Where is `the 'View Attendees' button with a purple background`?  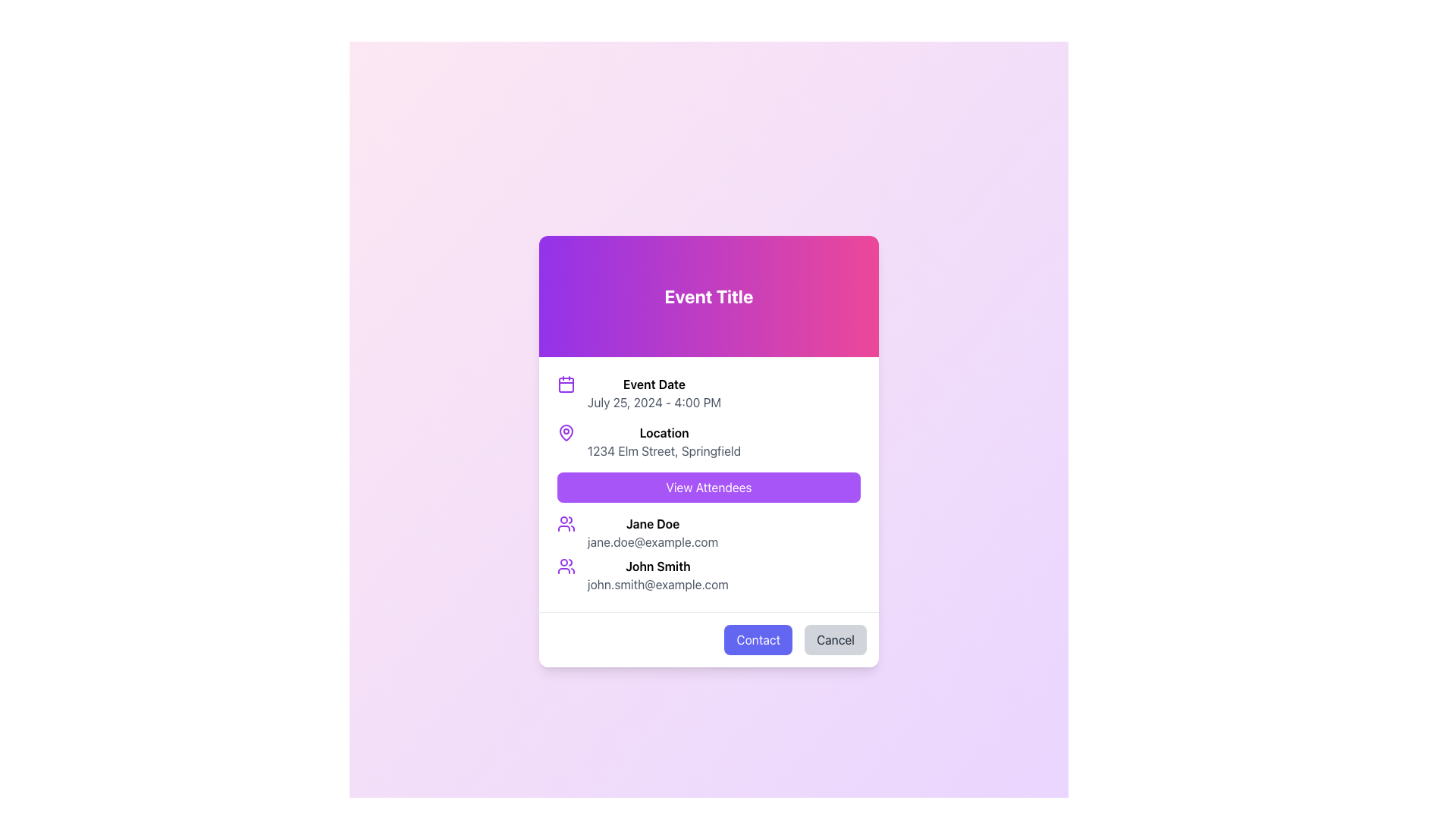
the 'View Attendees' button with a purple background is located at coordinates (708, 487).